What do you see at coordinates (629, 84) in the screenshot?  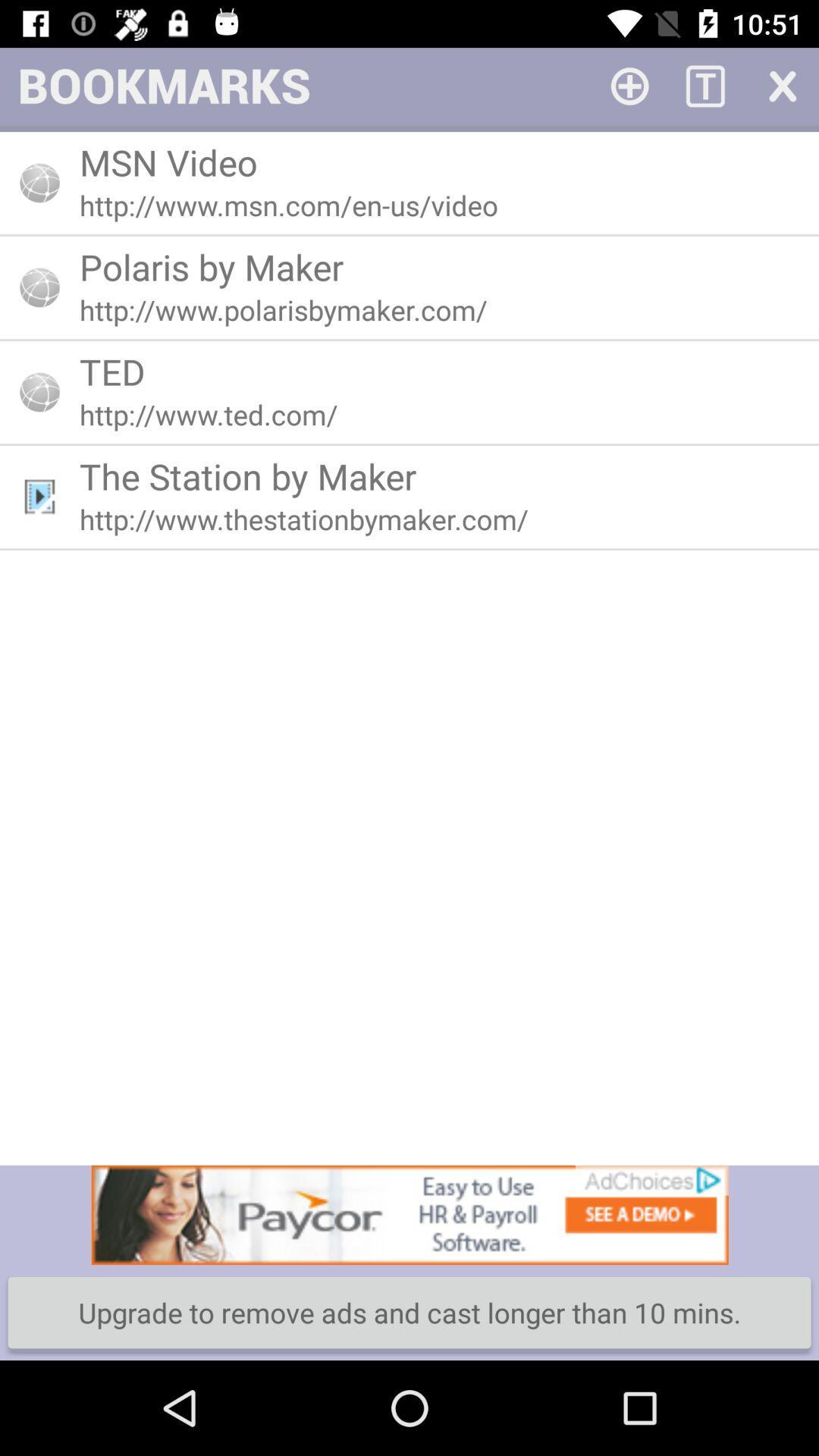 I see `book mark` at bounding box center [629, 84].